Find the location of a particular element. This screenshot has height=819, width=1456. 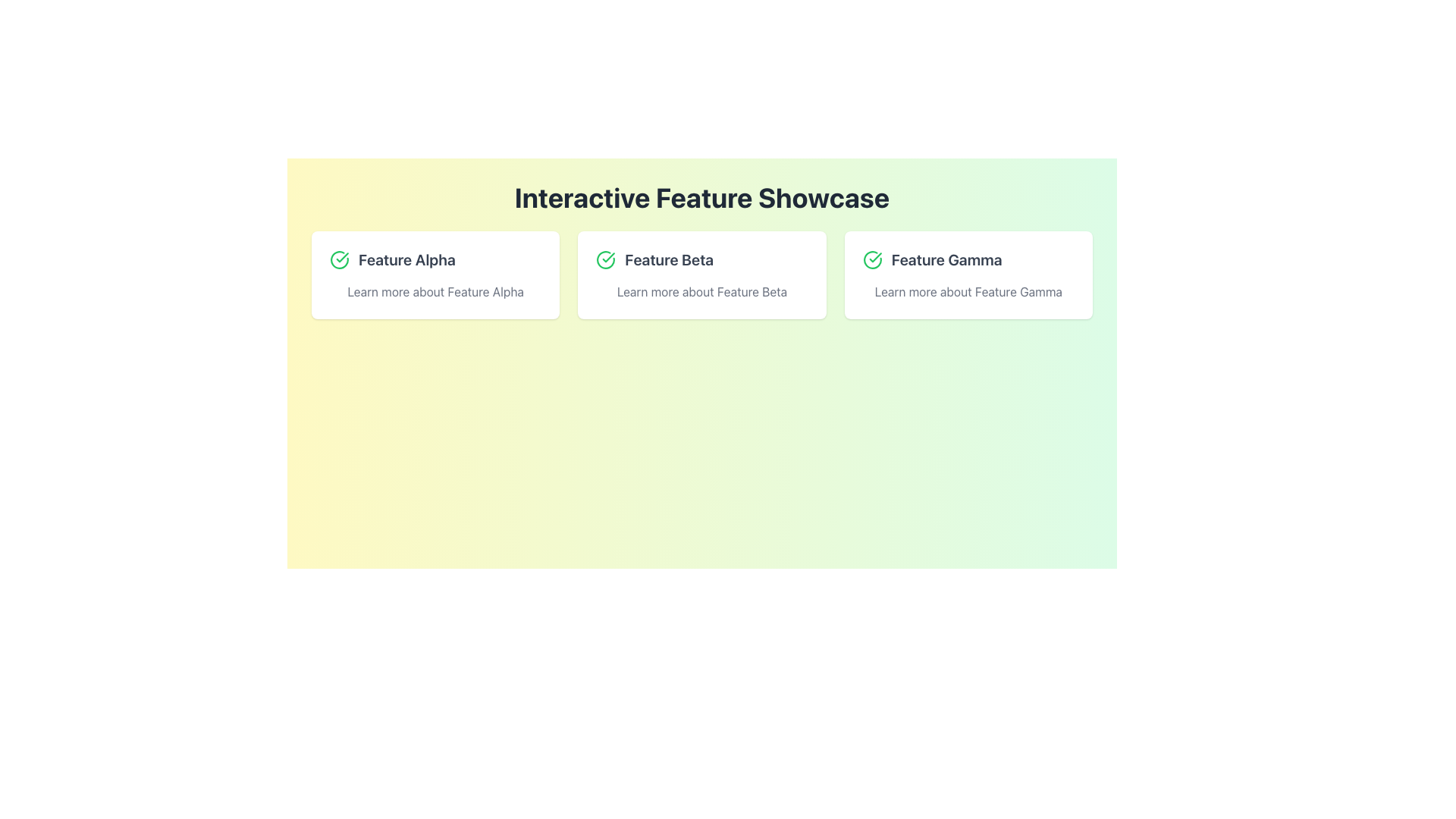

the green circular icon with a checkmark, which indicates a completed state, positioned to the left of the text 'Feature Alpha' is located at coordinates (338, 259).